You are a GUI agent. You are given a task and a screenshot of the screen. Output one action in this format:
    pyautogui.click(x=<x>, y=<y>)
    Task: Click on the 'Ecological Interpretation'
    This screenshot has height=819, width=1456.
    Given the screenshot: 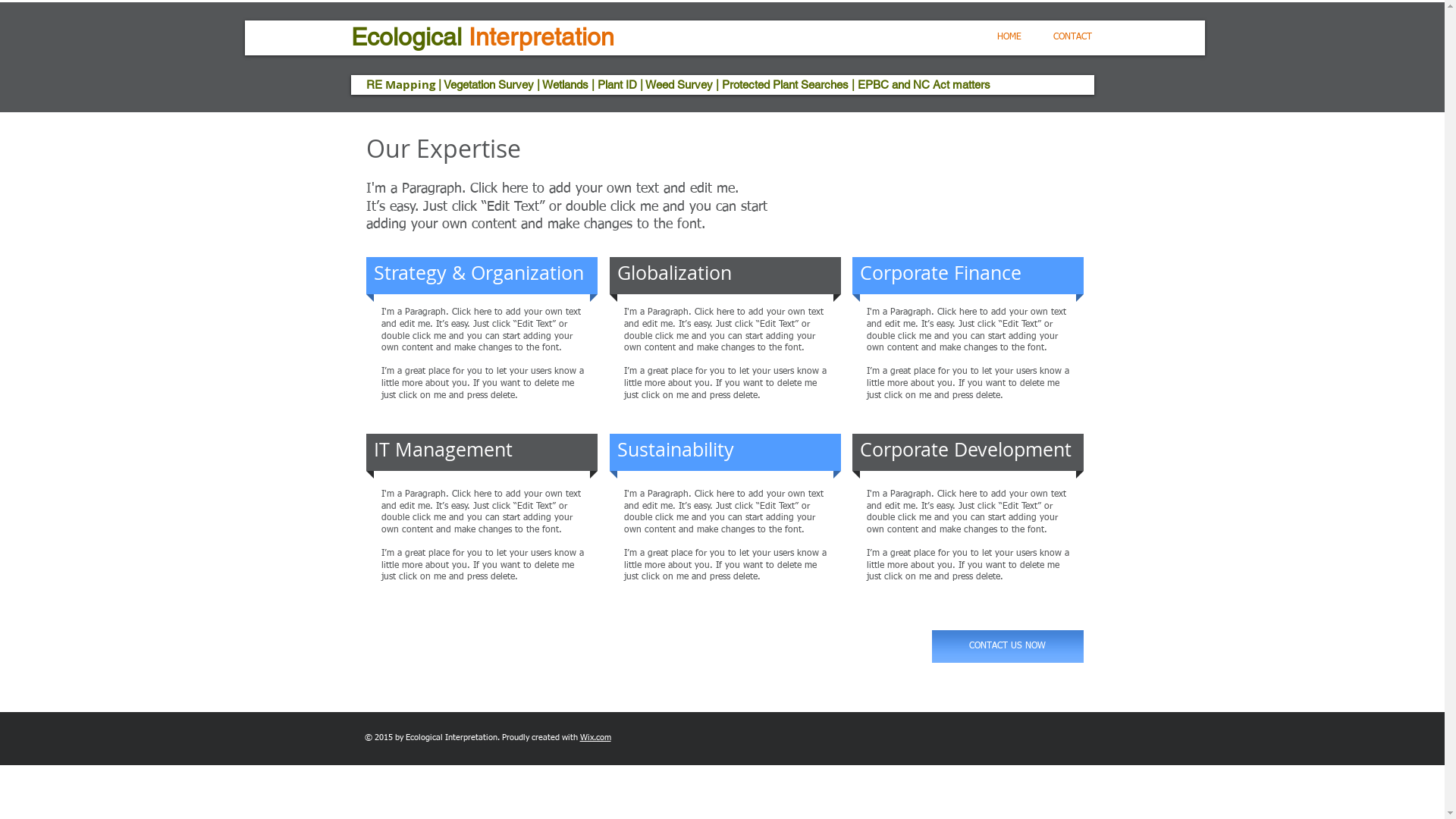 What is the action you would take?
    pyautogui.click(x=481, y=36)
    